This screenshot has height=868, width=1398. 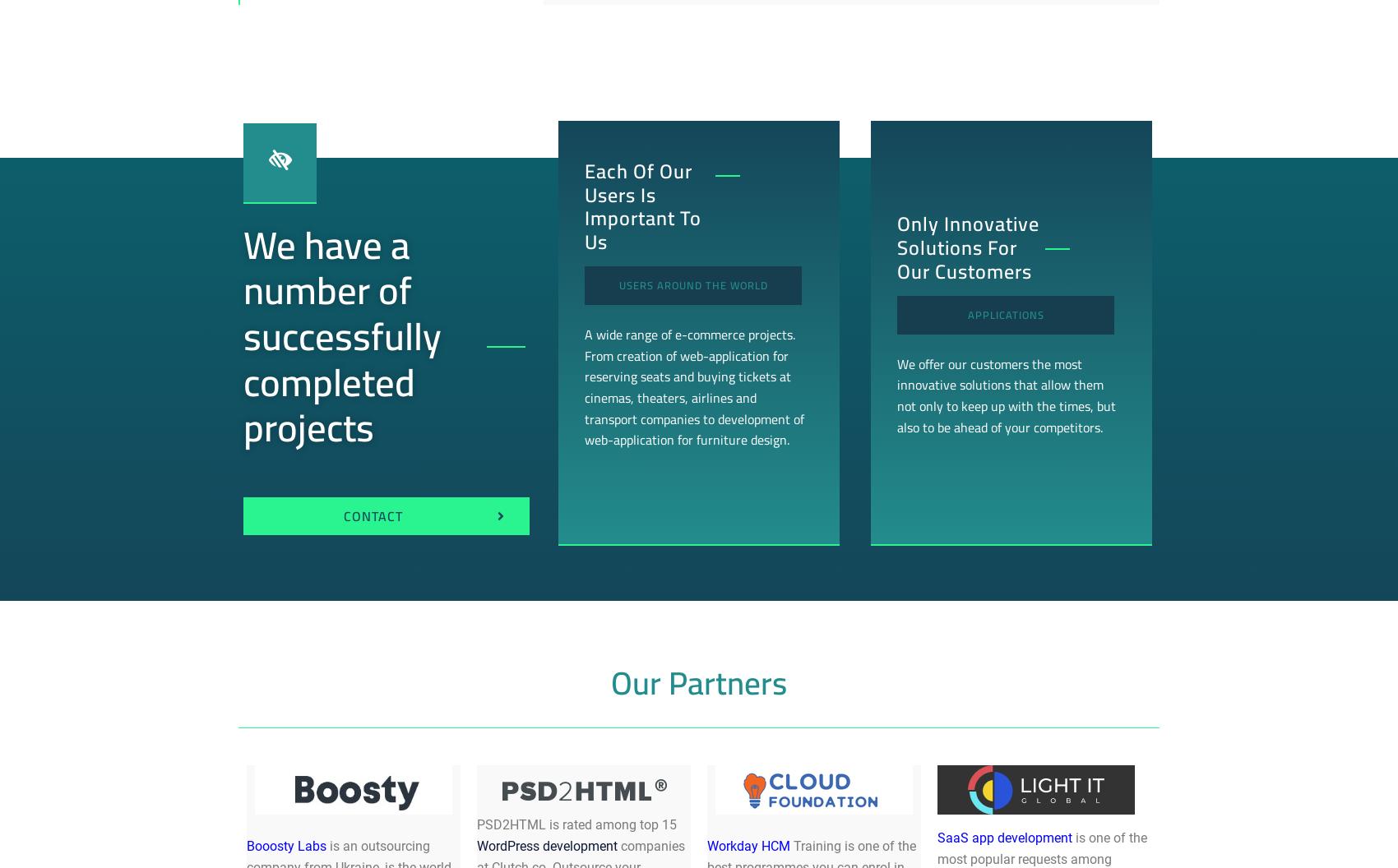 What do you see at coordinates (641, 205) in the screenshot?
I see `'Each of our users is important to us'` at bounding box center [641, 205].